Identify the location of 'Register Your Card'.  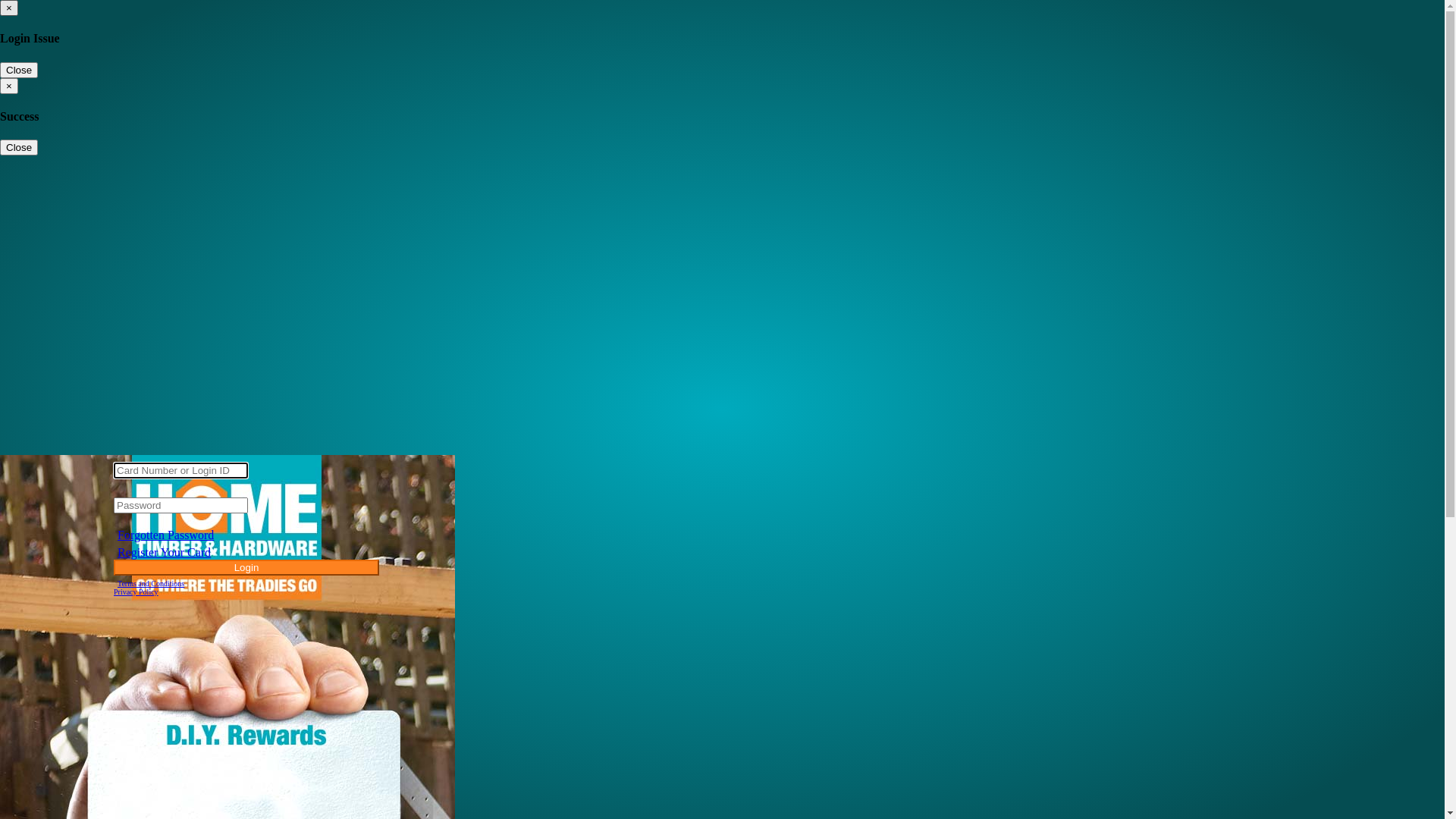
(164, 552).